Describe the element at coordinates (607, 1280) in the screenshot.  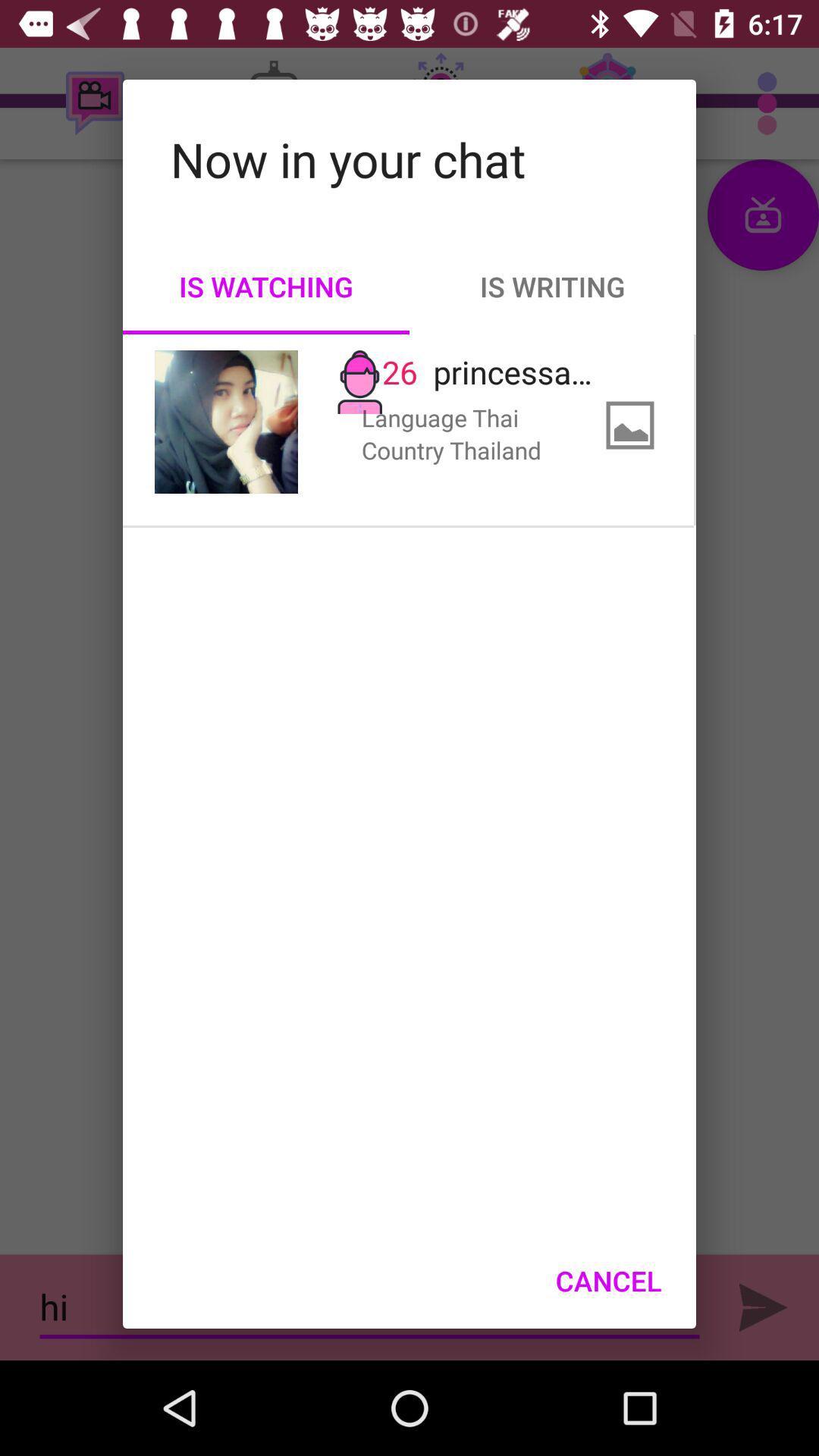
I see `the cancel` at that location.